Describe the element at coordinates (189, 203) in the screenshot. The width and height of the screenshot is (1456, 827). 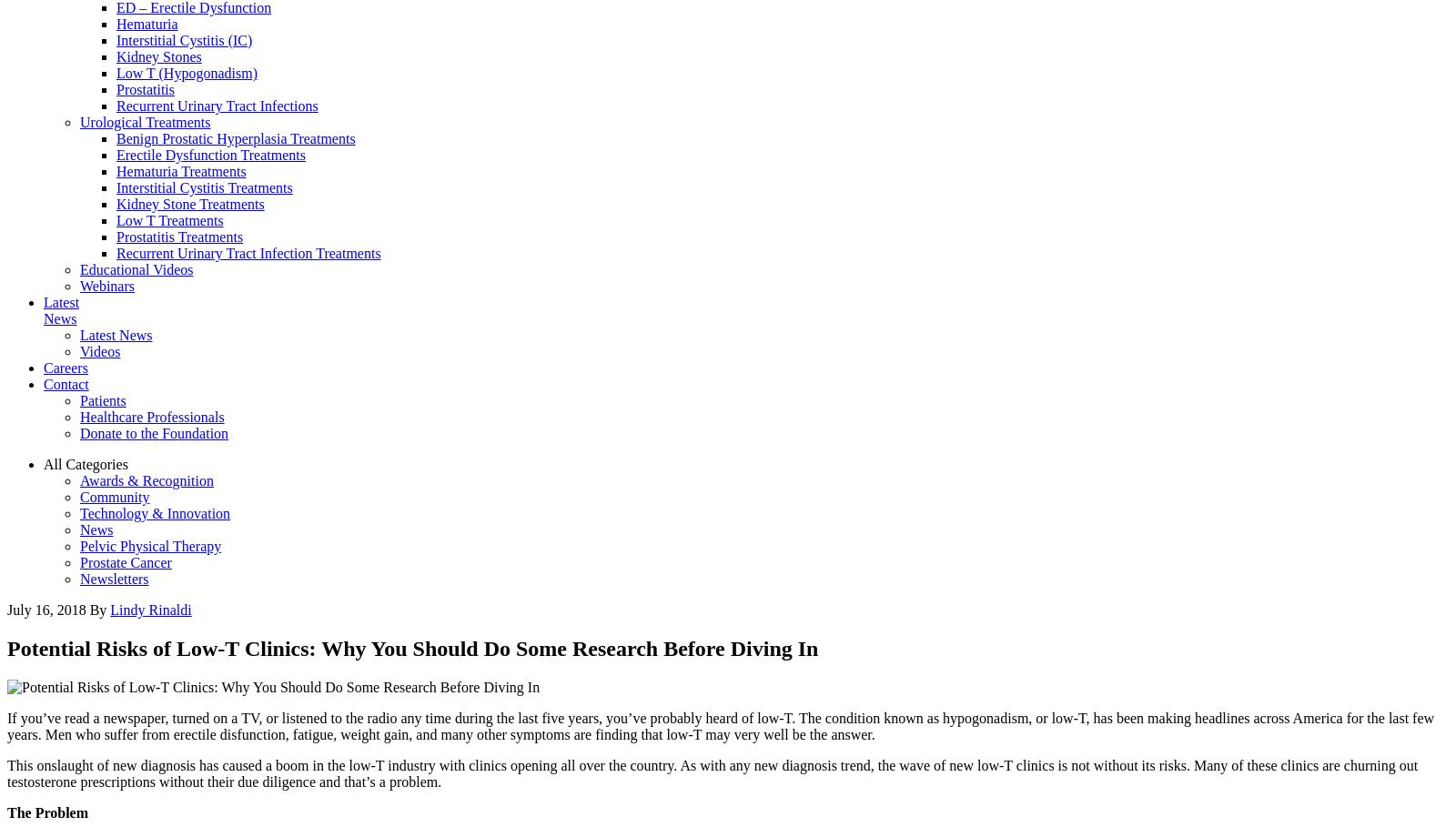
I see `'Kidney Stone Treatments'` at that location.